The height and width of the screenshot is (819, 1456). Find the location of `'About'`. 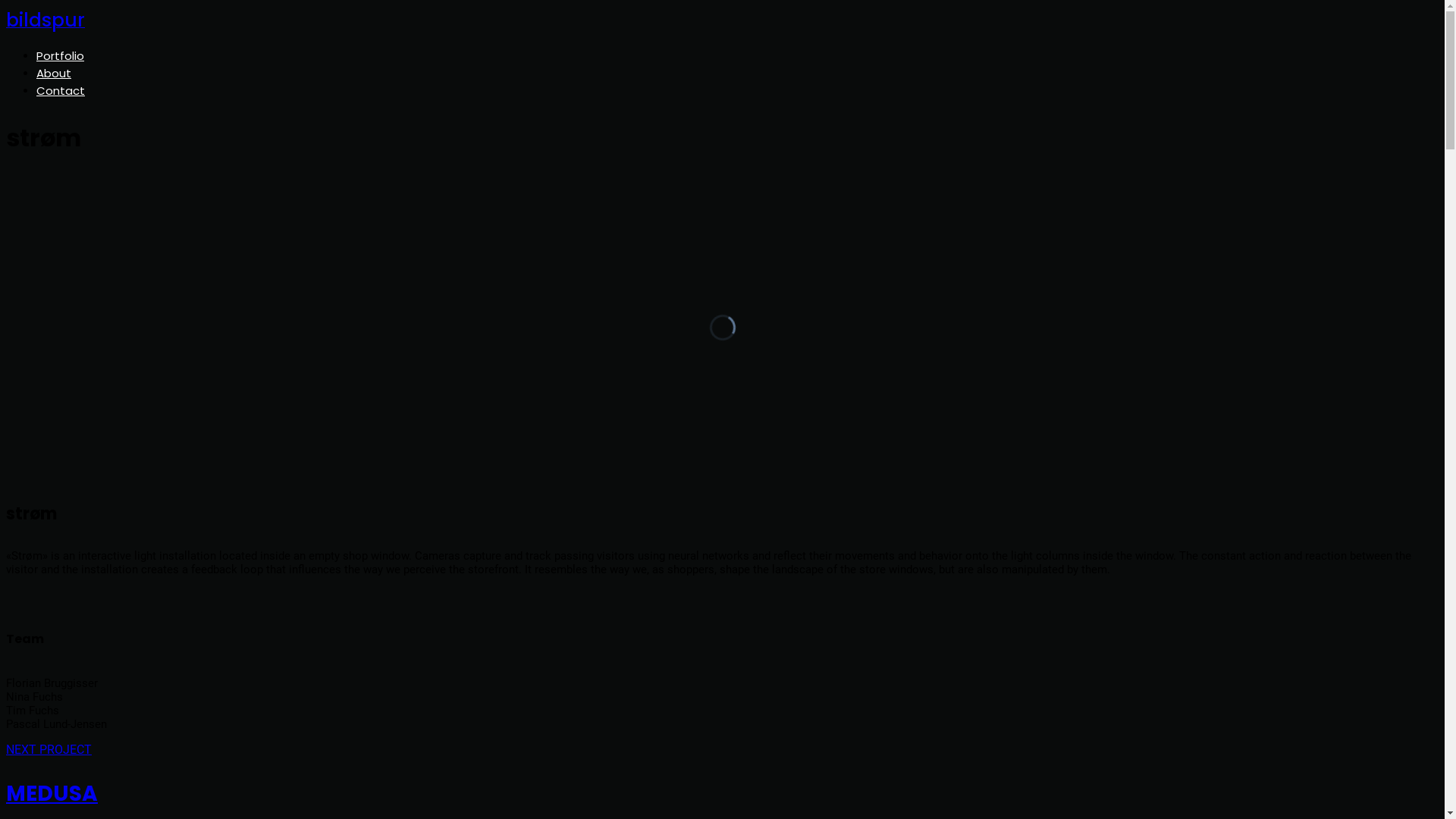

'About' is located at coordinates (36, 73).